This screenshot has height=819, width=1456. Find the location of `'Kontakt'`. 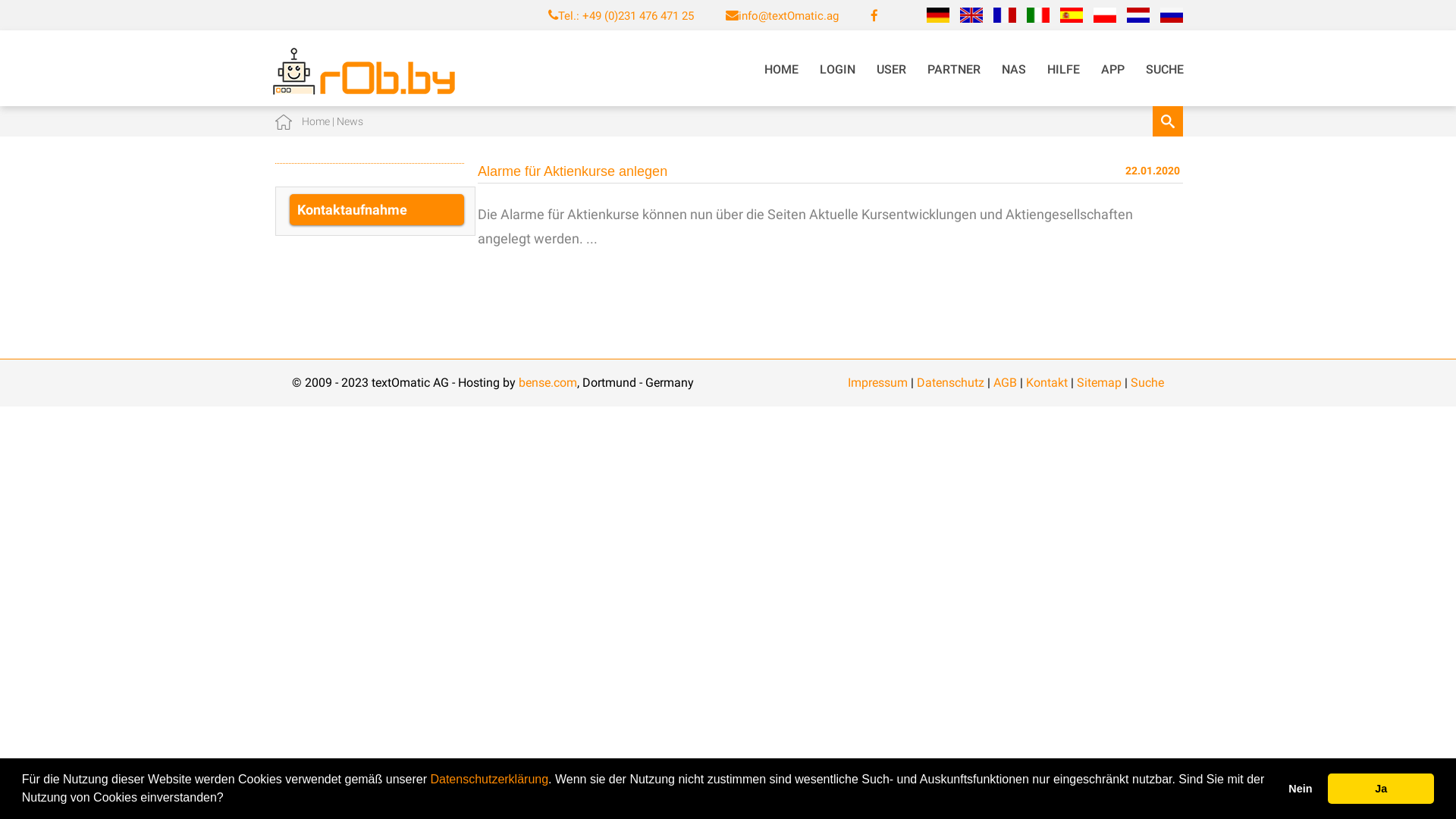

'Kontakt' is located at coordinates (1026, 381).